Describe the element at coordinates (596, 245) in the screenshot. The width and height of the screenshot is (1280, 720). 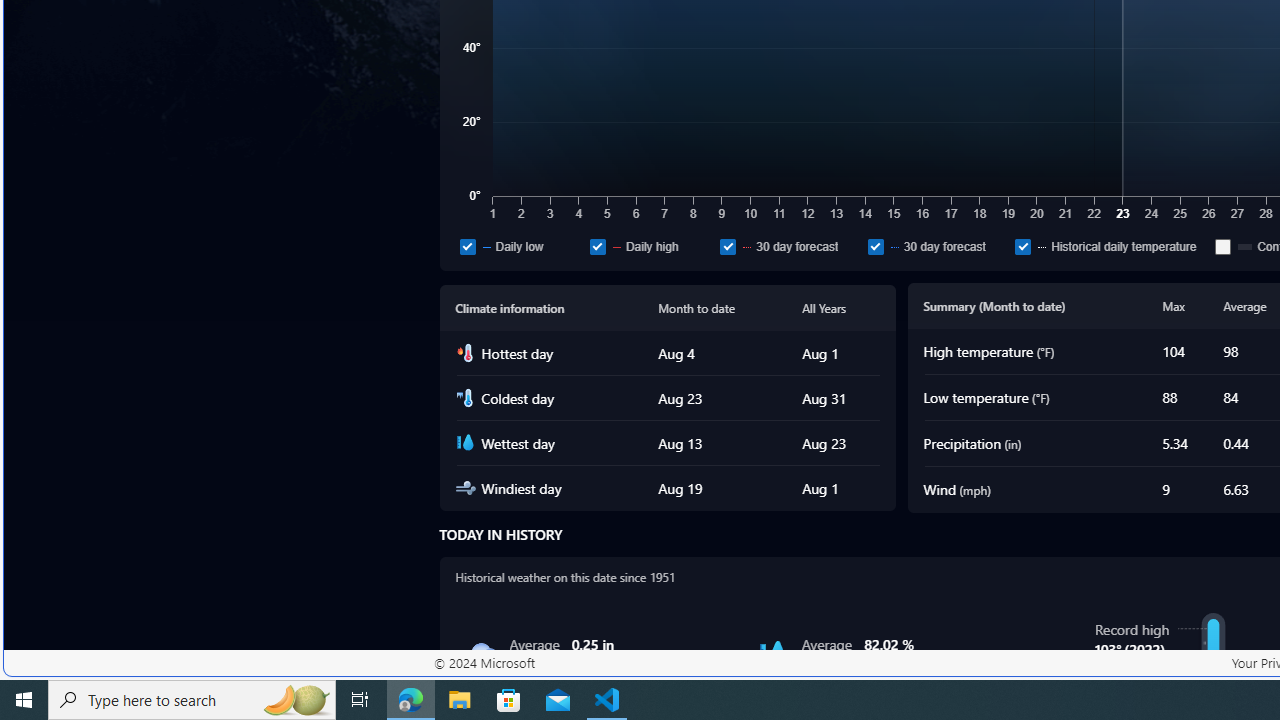
I see `'Daily high'` at that location.